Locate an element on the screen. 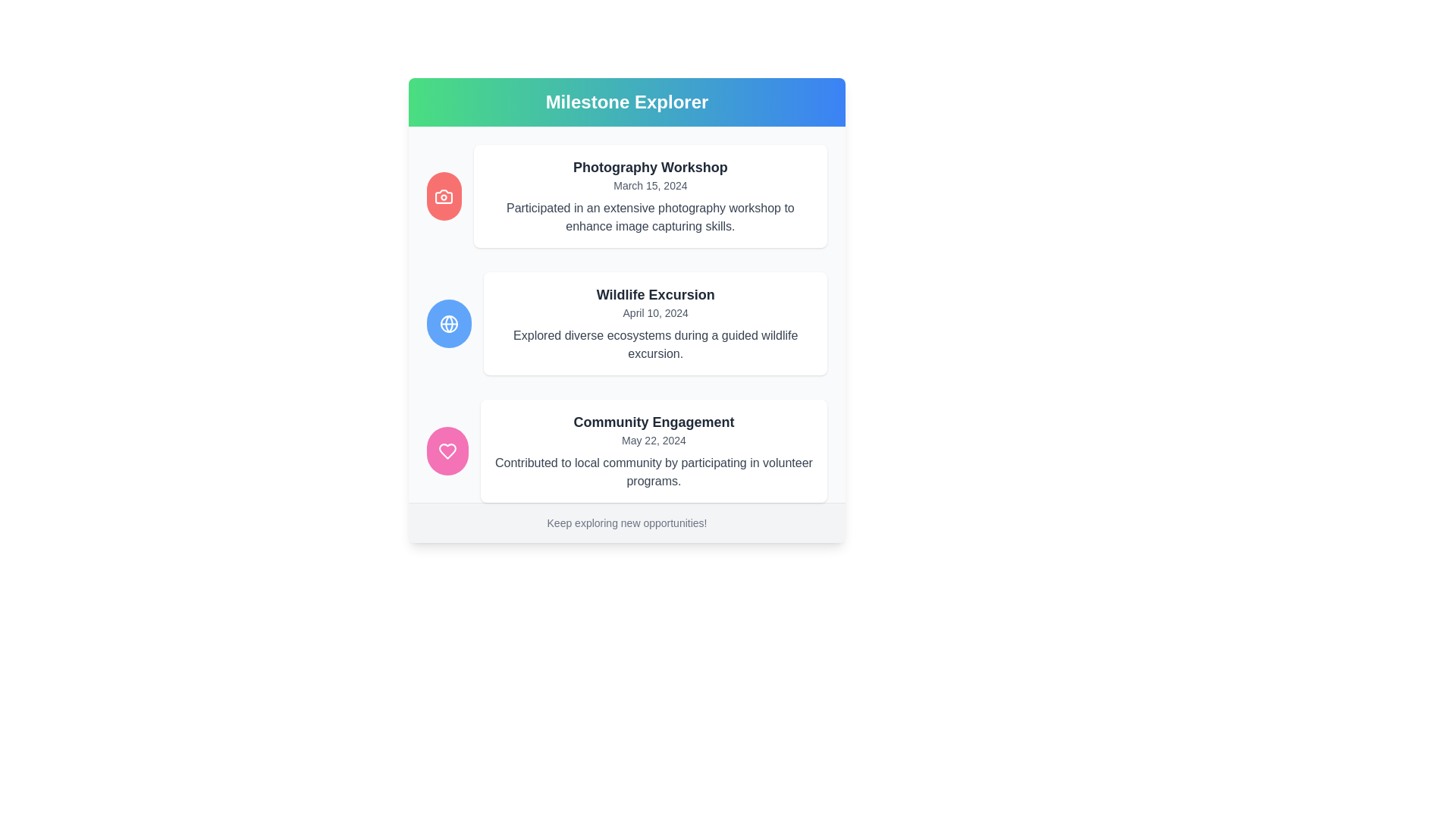 Image resolution: width=1456 pixels, height=819 pixels. the 'Community Engagement' graphical icon represented by a heart symbol, which is located to the left of the 'Community Engagement' section is located at coordinates (447, 450).